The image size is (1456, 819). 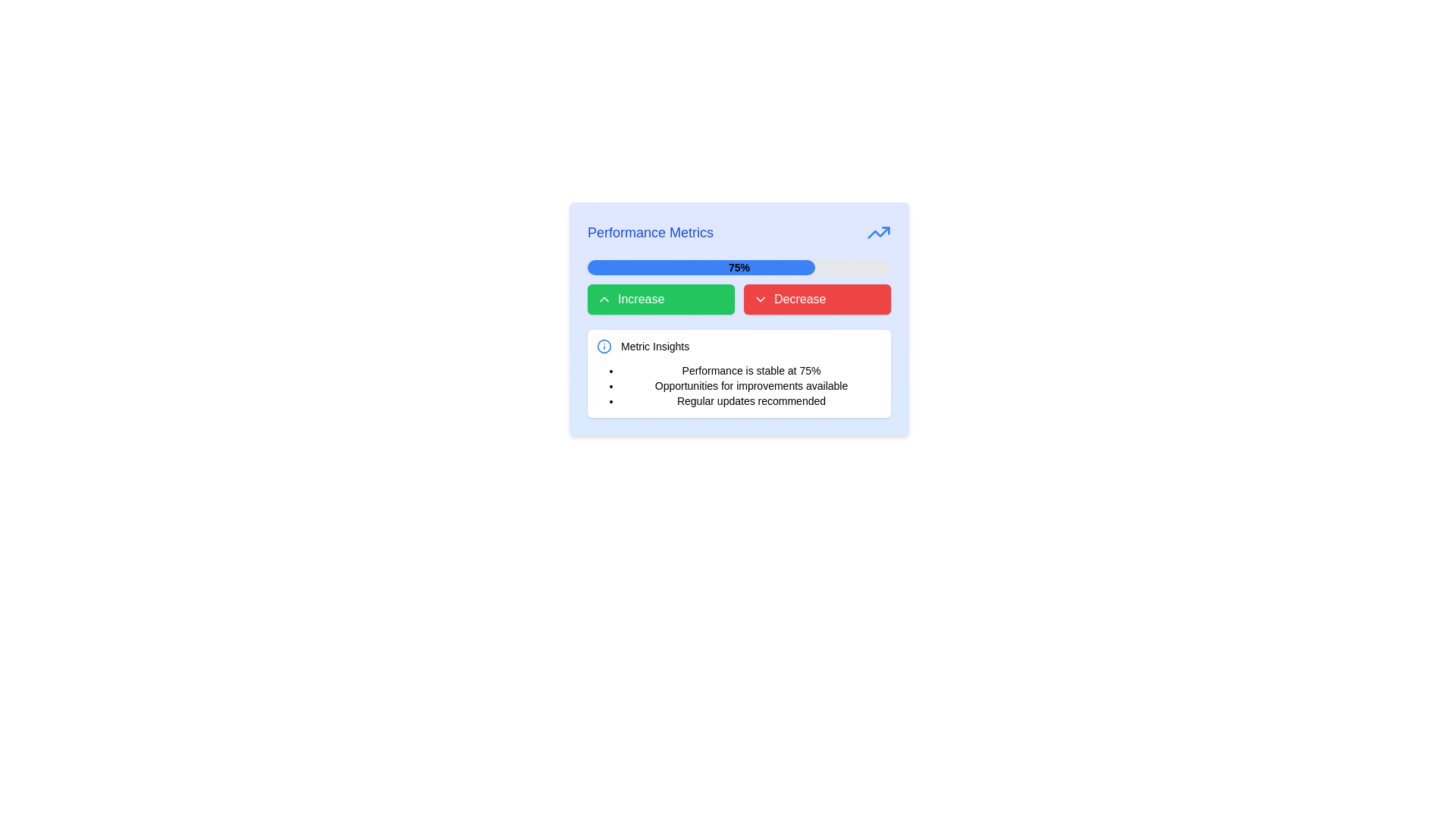 I want to click on the decorative Circle in the SVG graphic, which is part of an information icon located towards the top-left of the window, so click(x=603, y=346).